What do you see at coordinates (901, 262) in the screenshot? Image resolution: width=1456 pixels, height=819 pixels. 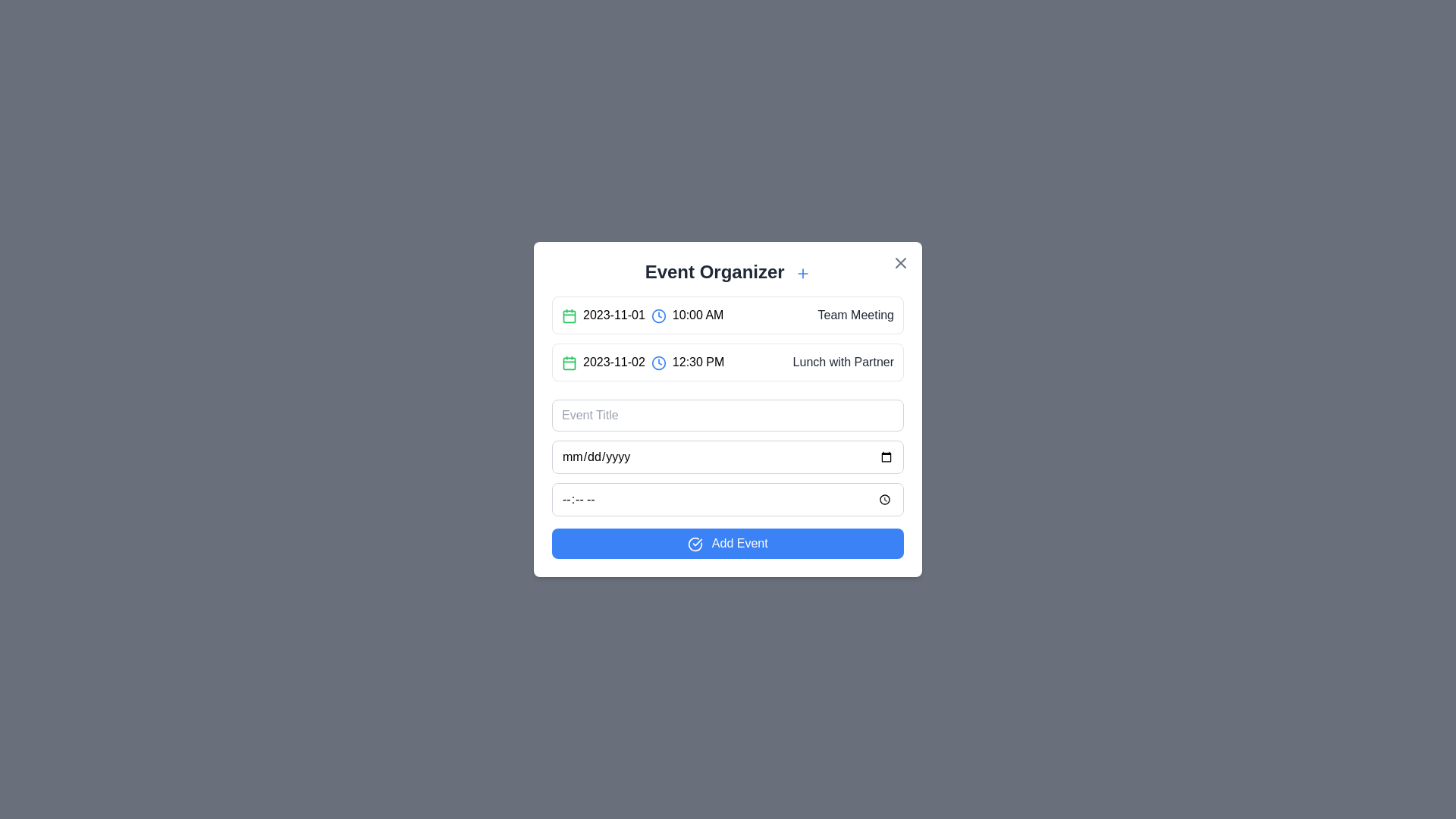 I see `the small red 'X' icon representing the close button located in the top-right corner of the 'Event Organizer' modal` at bounding box center [901, 262].